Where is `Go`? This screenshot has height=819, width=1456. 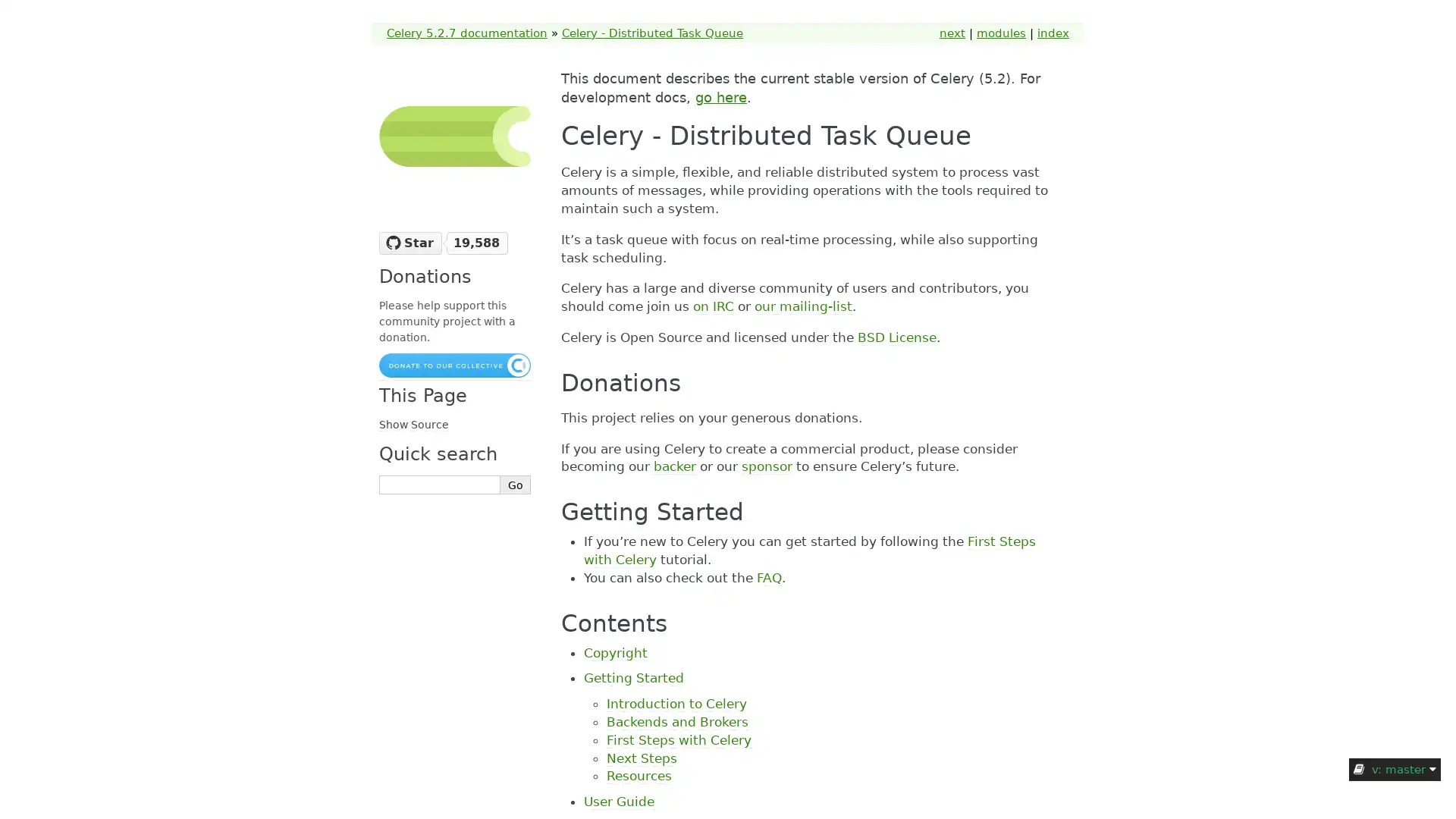 Go is located at coordinates (516, 485).